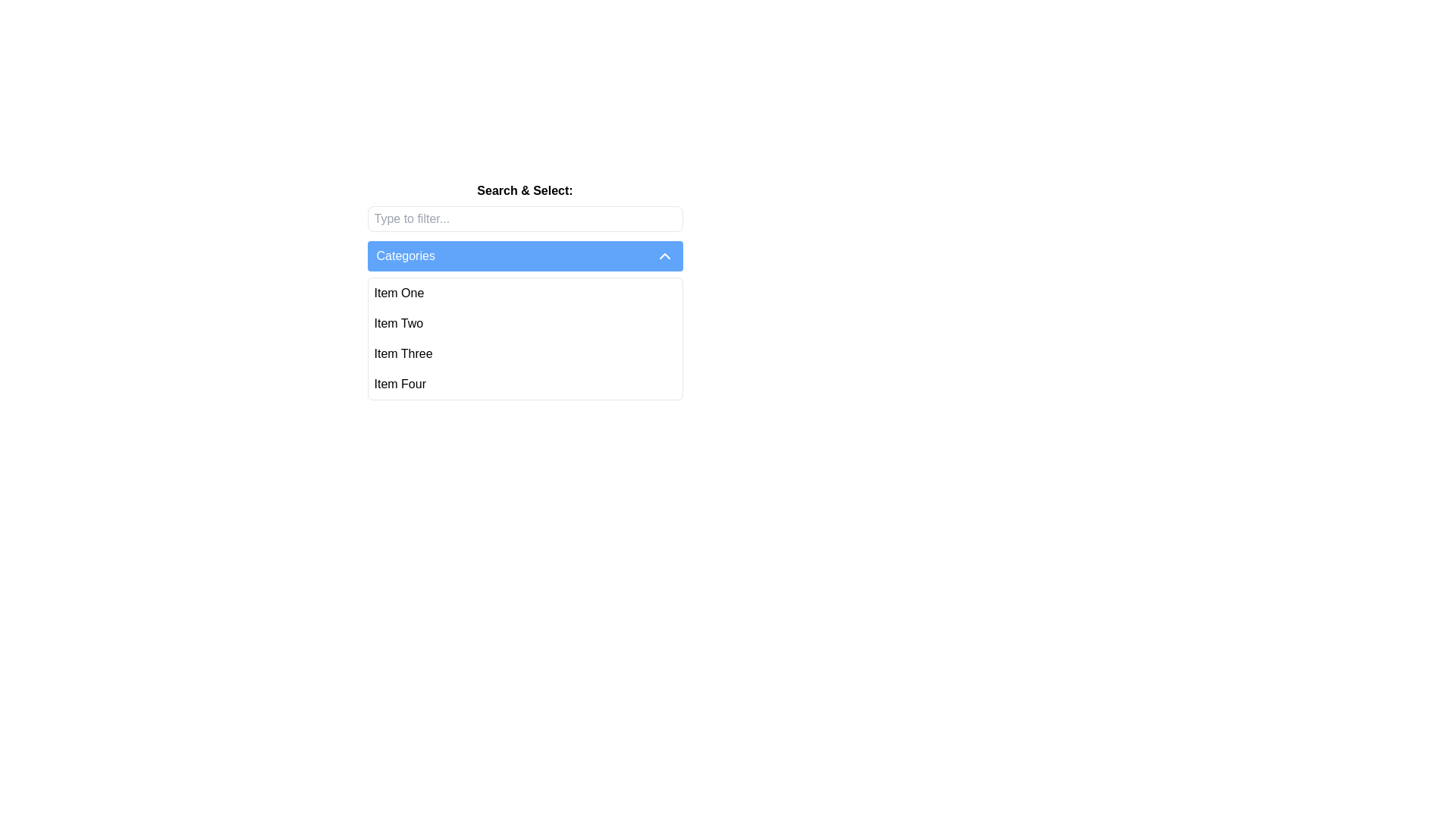 This screenshot has width=1456, height=819. I want to click on the List Item displaying 'Item One' in the dropdown menu, so click(525, 293).